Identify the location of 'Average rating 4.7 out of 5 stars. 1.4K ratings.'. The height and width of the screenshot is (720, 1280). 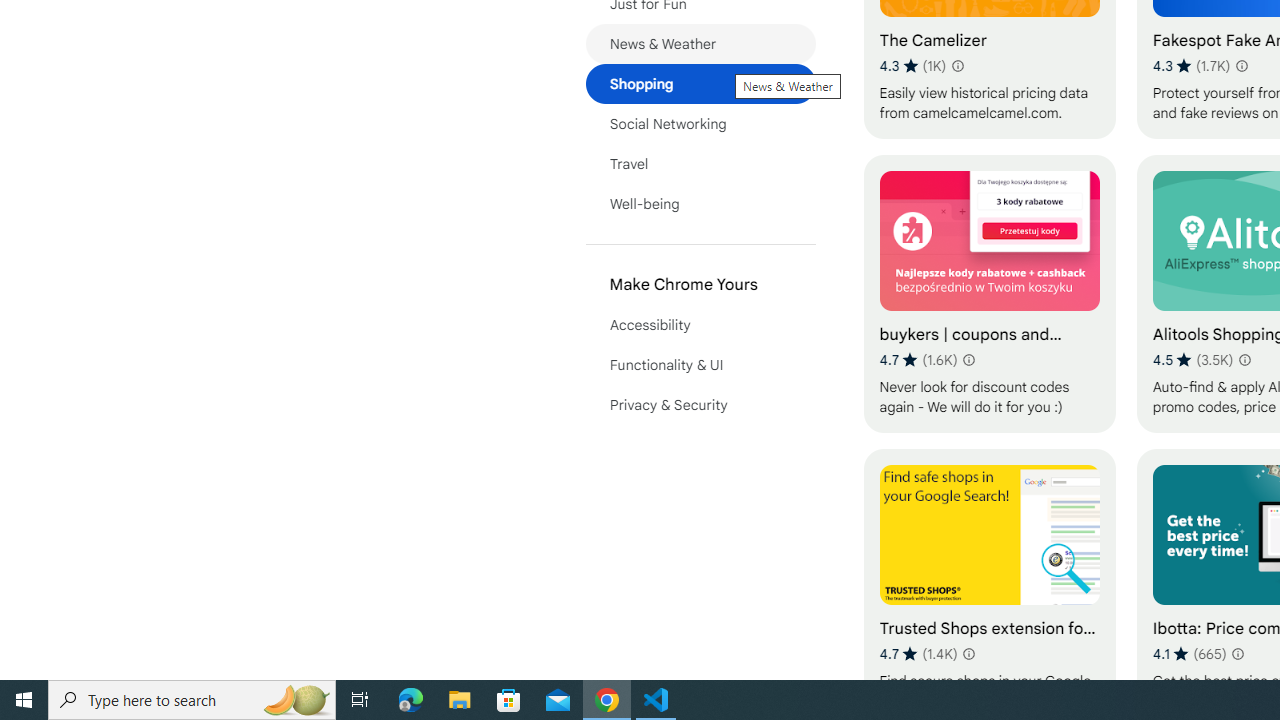
(917, 653).